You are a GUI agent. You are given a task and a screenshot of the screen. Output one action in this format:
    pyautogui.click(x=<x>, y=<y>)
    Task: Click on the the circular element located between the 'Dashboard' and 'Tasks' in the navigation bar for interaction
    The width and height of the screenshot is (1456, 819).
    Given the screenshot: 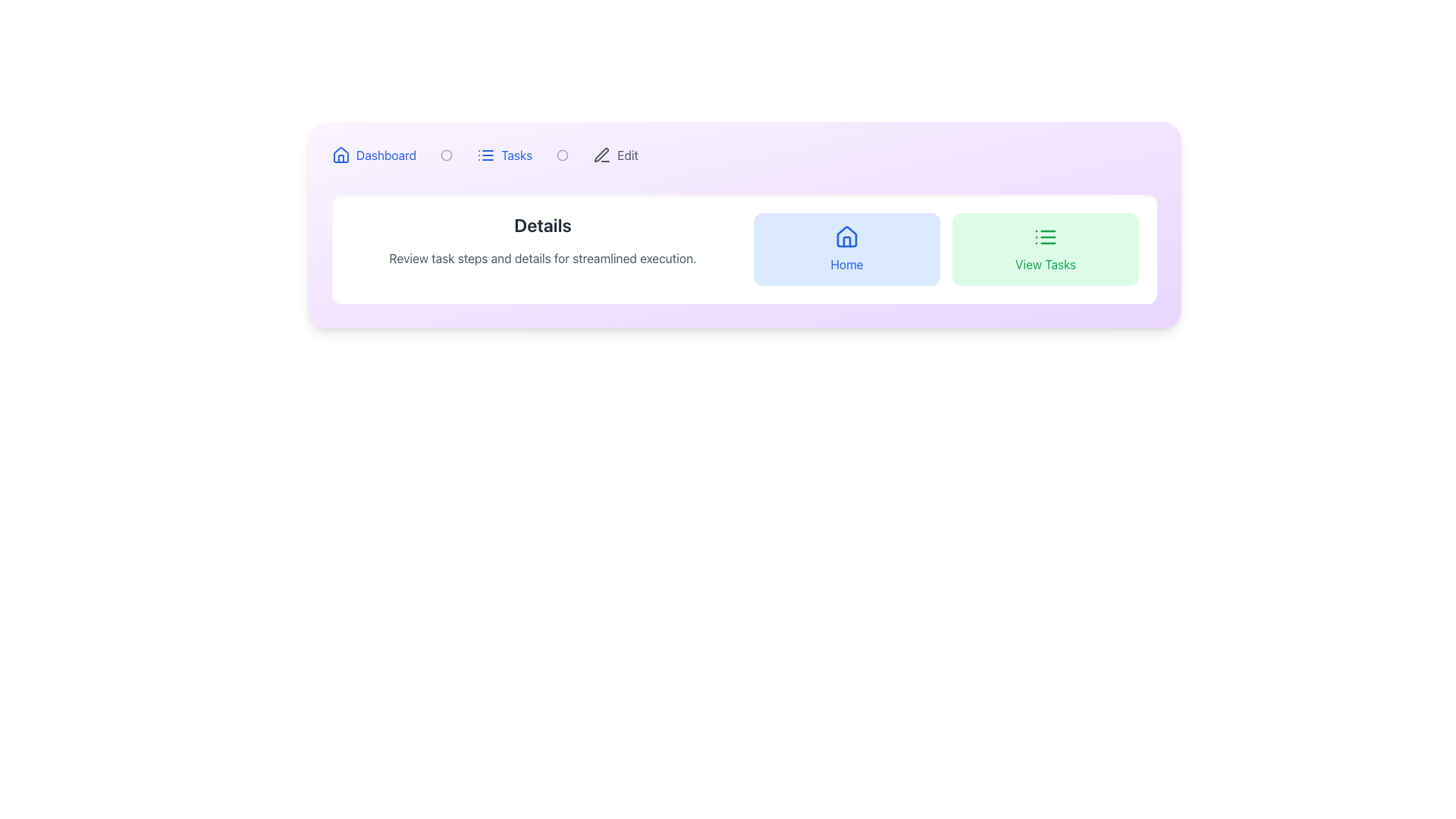 What is the action you would take?
    pyautogui.click(x=446, y=155)
    